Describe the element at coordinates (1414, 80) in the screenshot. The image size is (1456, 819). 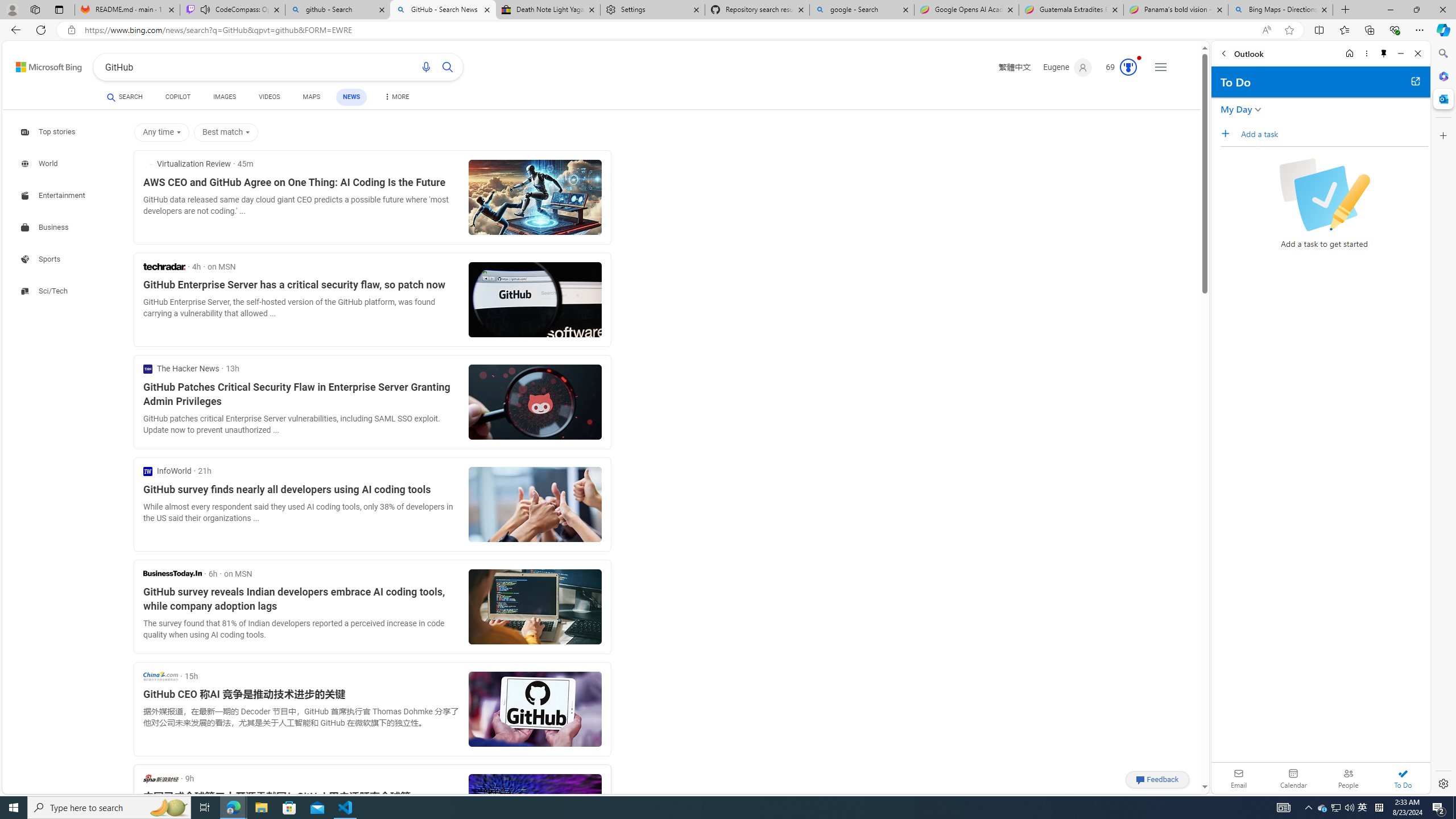
I see `'Open in new tab'` at that location.